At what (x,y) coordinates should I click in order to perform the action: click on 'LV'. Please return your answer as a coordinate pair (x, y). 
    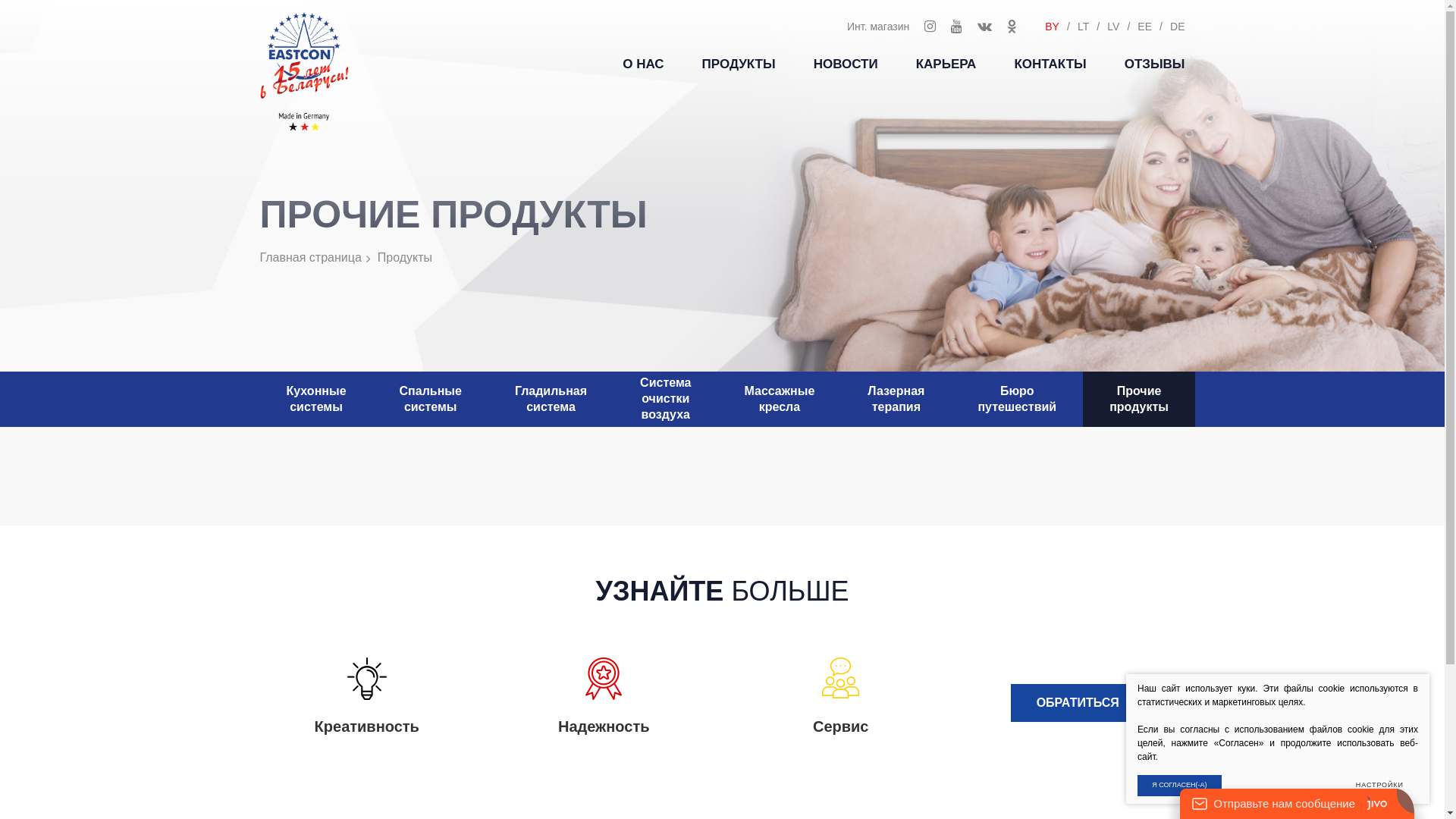
    Looking at the image, I should click on (1113, 27).